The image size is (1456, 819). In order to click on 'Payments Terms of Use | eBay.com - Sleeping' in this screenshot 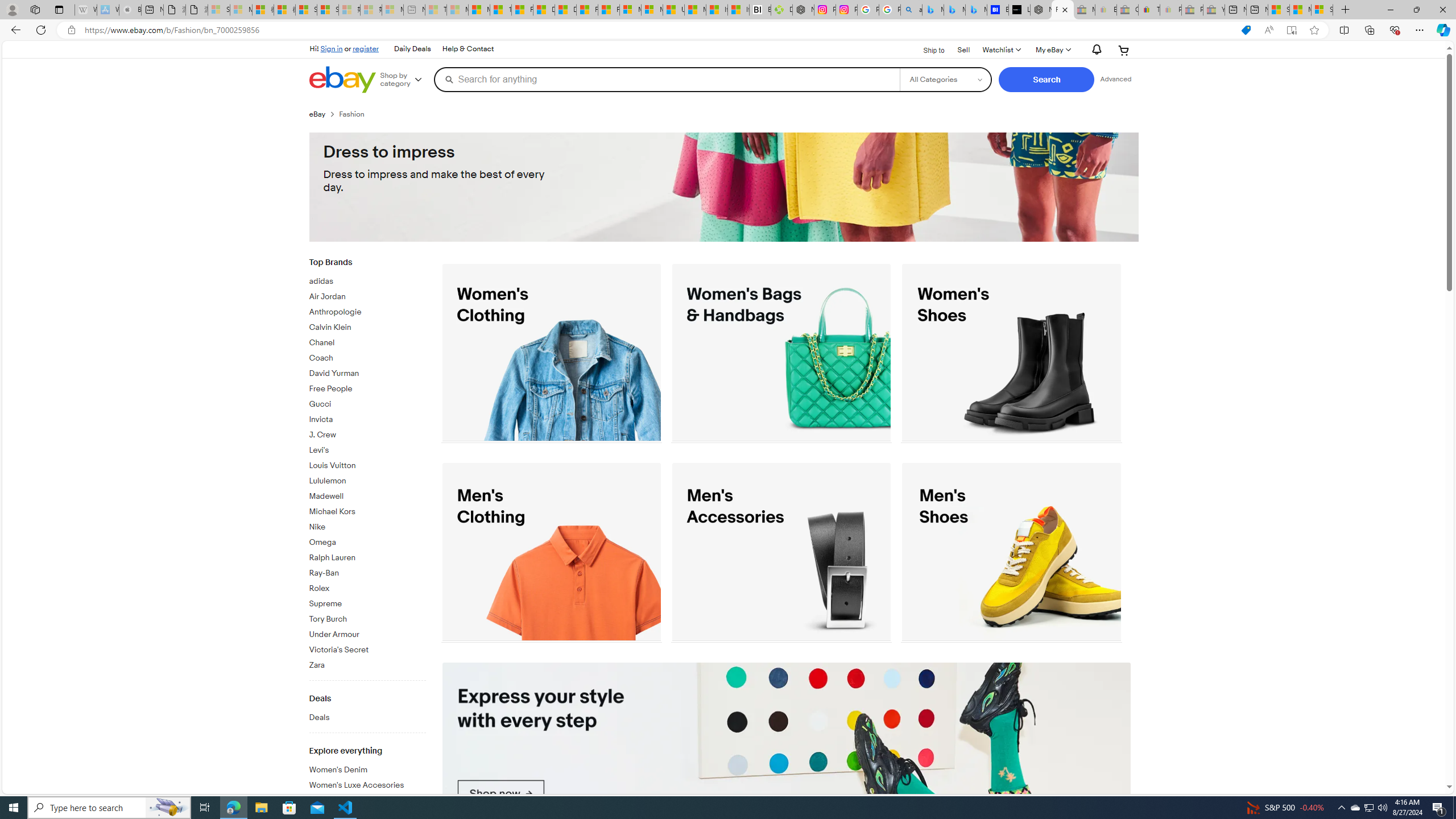, I will do `click(1170, 9)`.